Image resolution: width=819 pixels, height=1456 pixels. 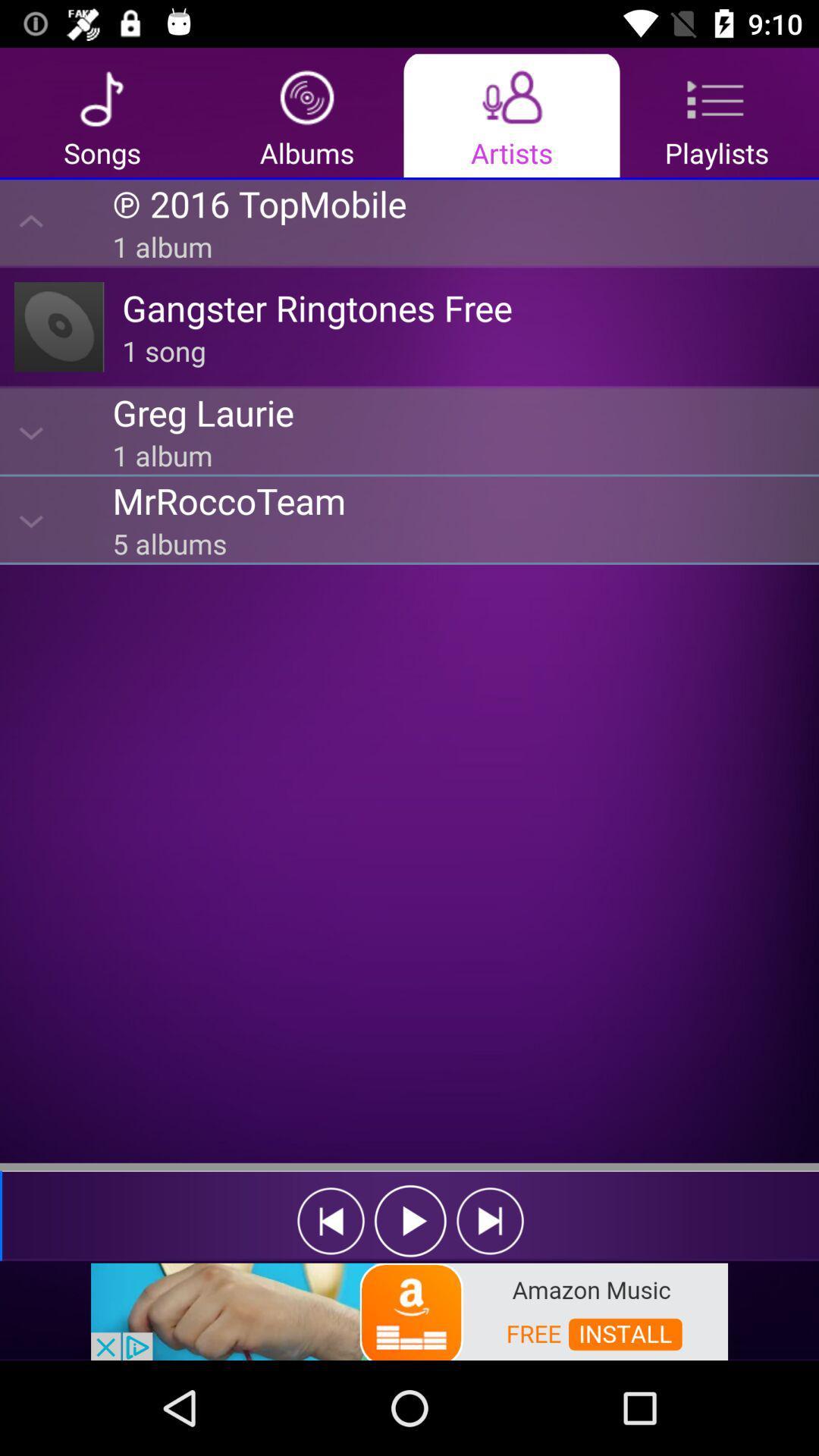 What do you see at coordinates (409, 1310) in the screenshot?
I see `showing advertisements` at bounding box center [409, 1310].